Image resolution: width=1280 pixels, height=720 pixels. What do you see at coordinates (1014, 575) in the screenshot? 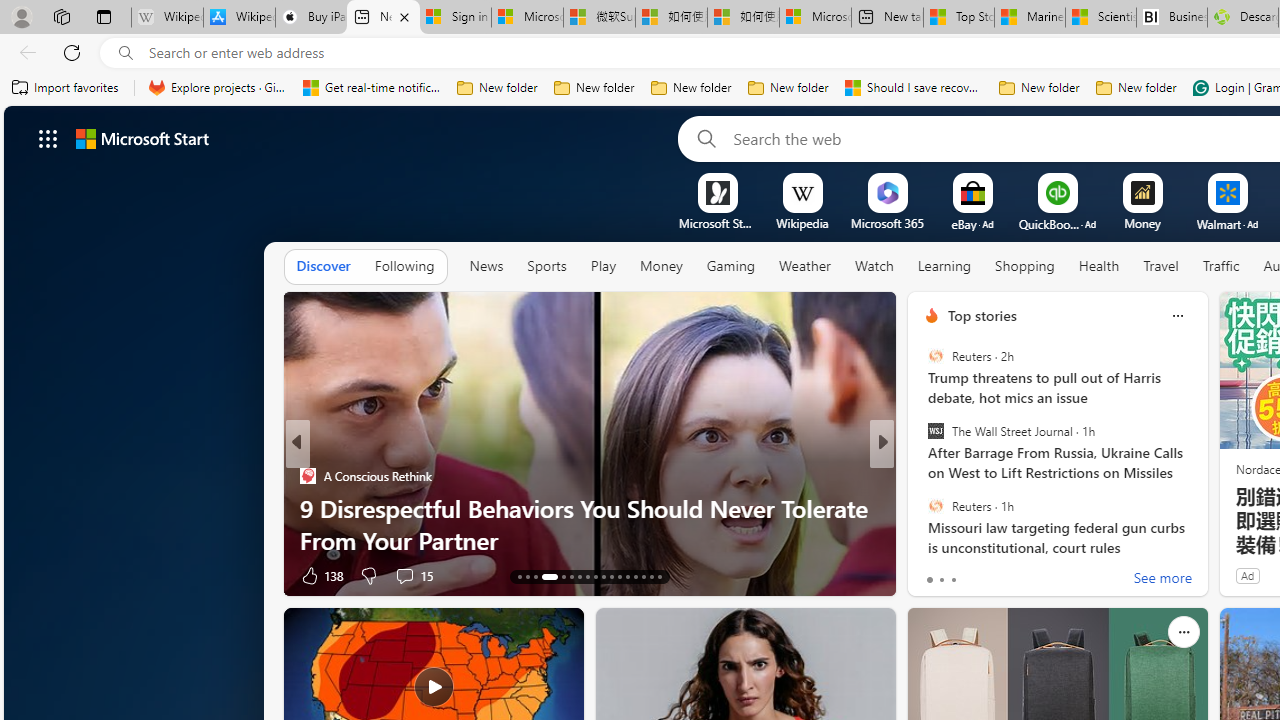
I see `'View comments 35 Comment'` at bounding box center [1014, 575].